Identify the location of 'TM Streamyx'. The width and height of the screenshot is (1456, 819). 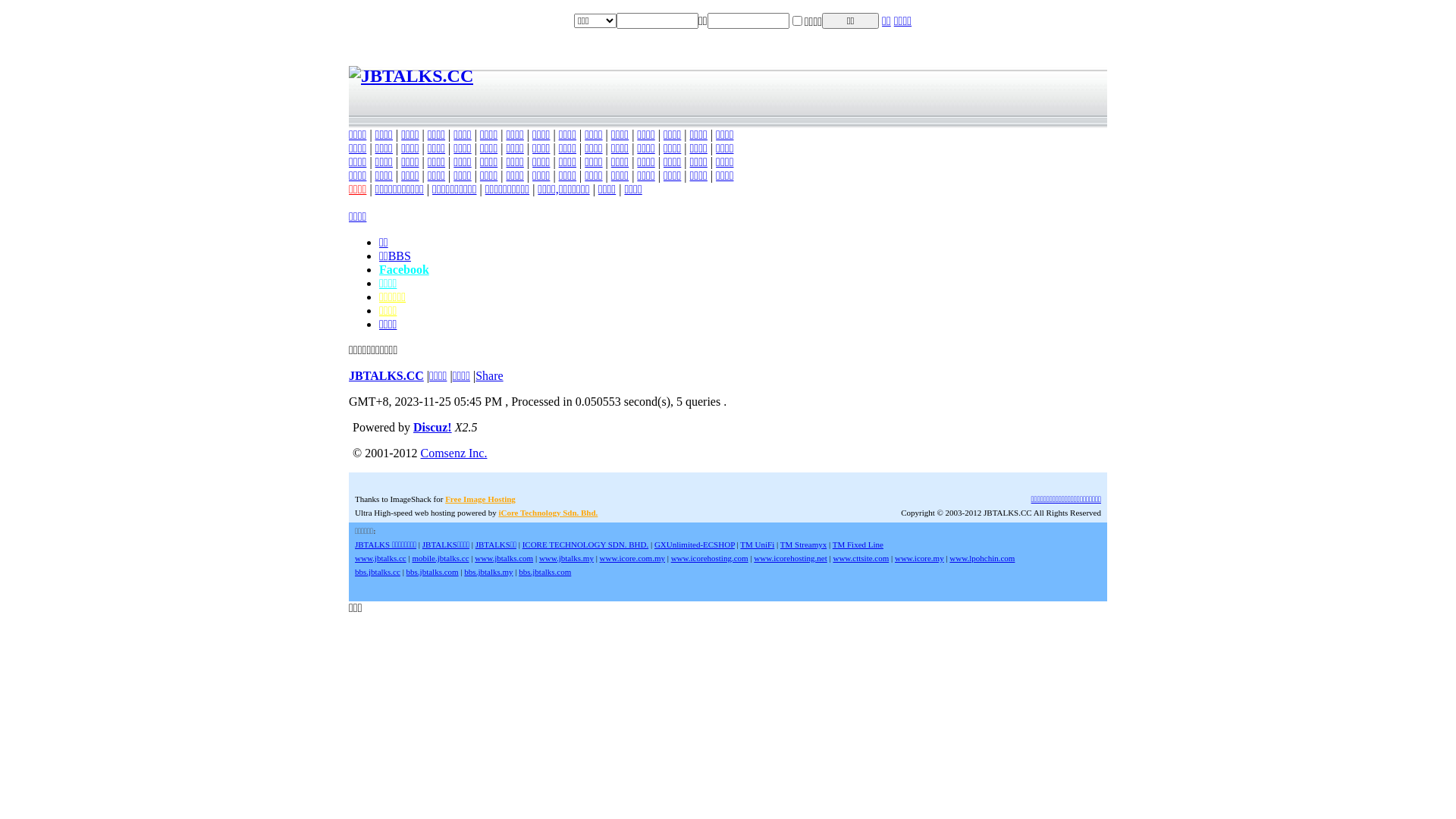
(802, 543).